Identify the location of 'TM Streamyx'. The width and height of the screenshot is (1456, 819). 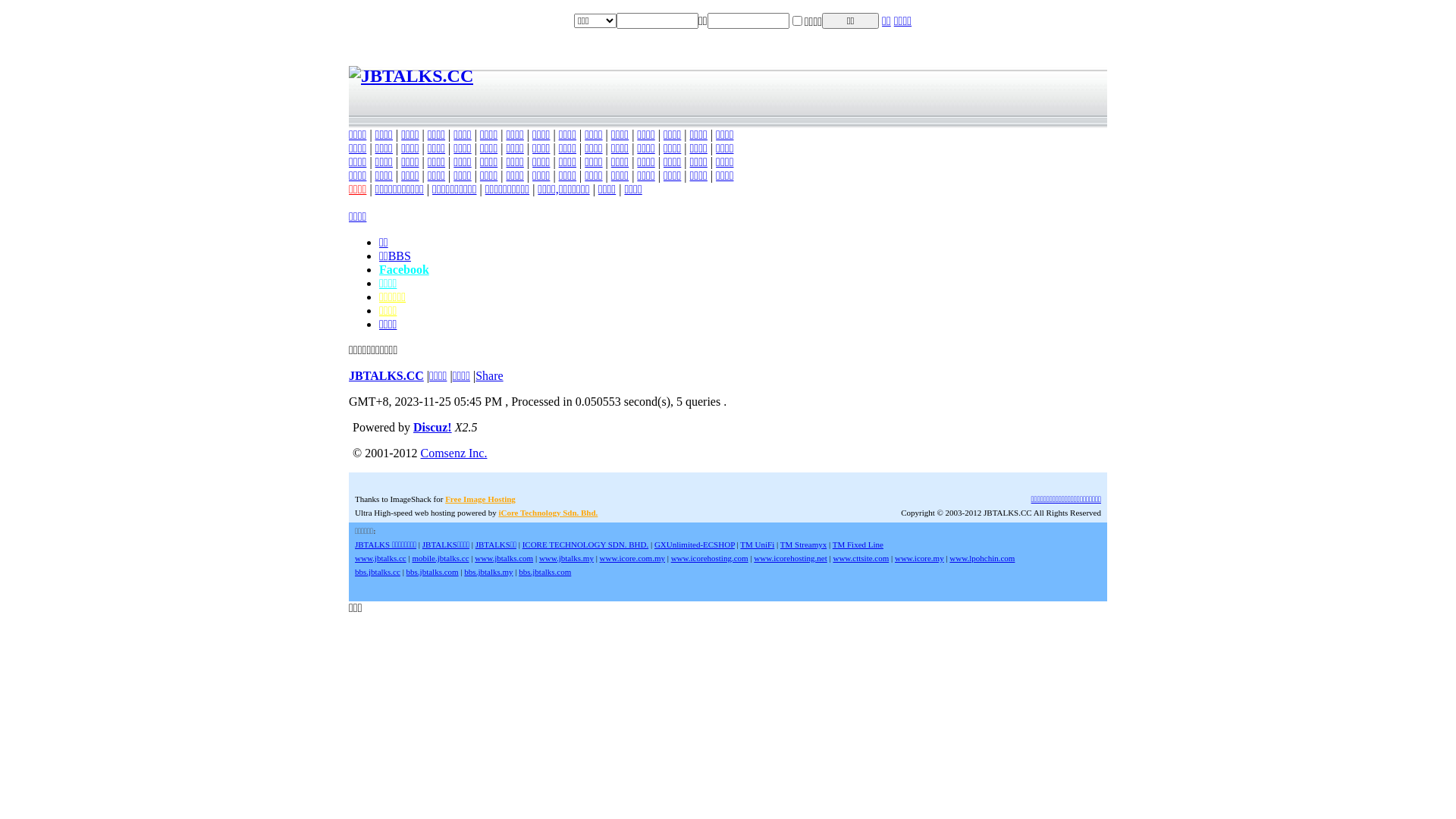
(802, 543).